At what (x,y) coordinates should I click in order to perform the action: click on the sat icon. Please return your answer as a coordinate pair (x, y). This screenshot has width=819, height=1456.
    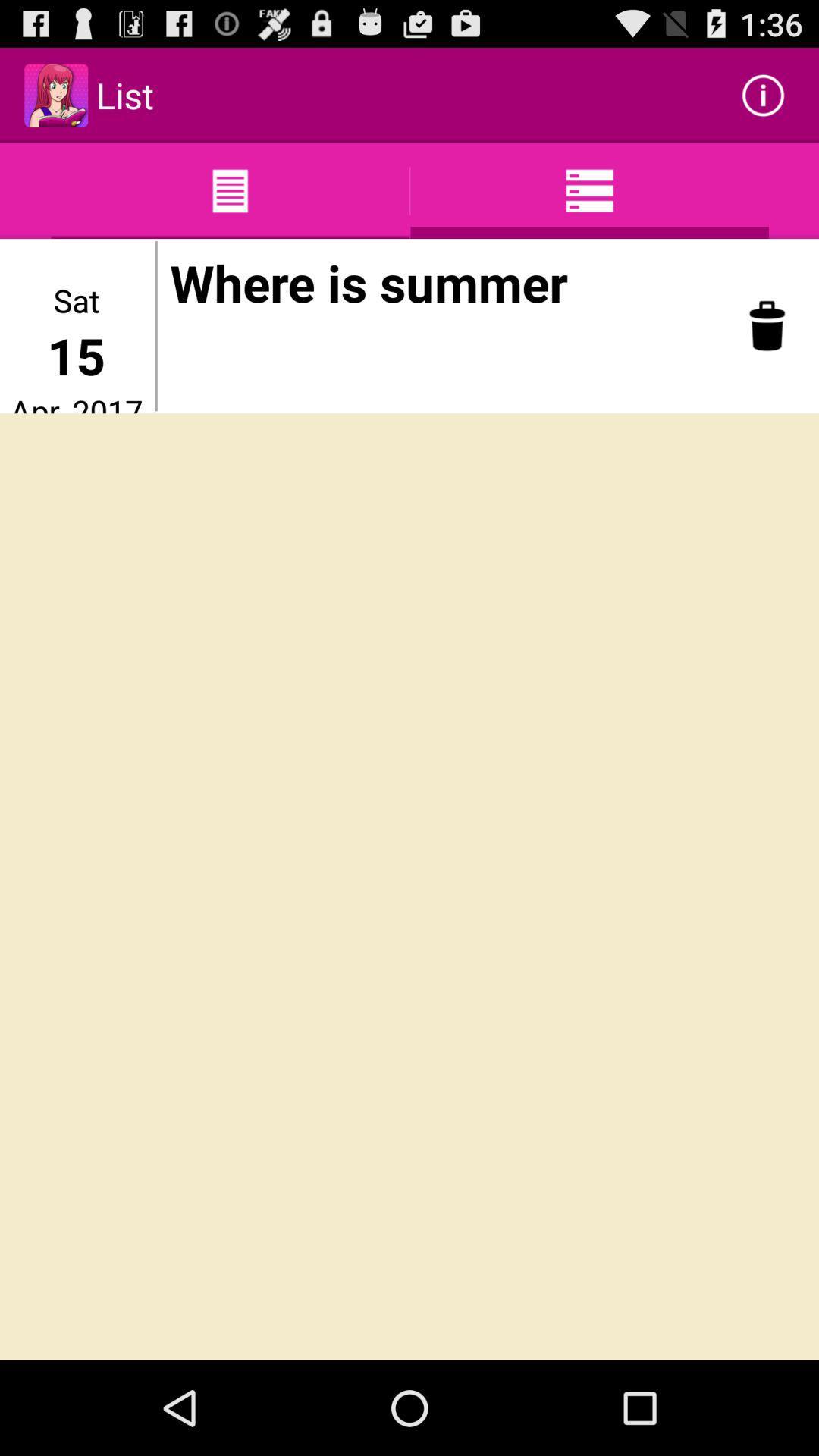
    Looking at the image, I should click on (76, 300).